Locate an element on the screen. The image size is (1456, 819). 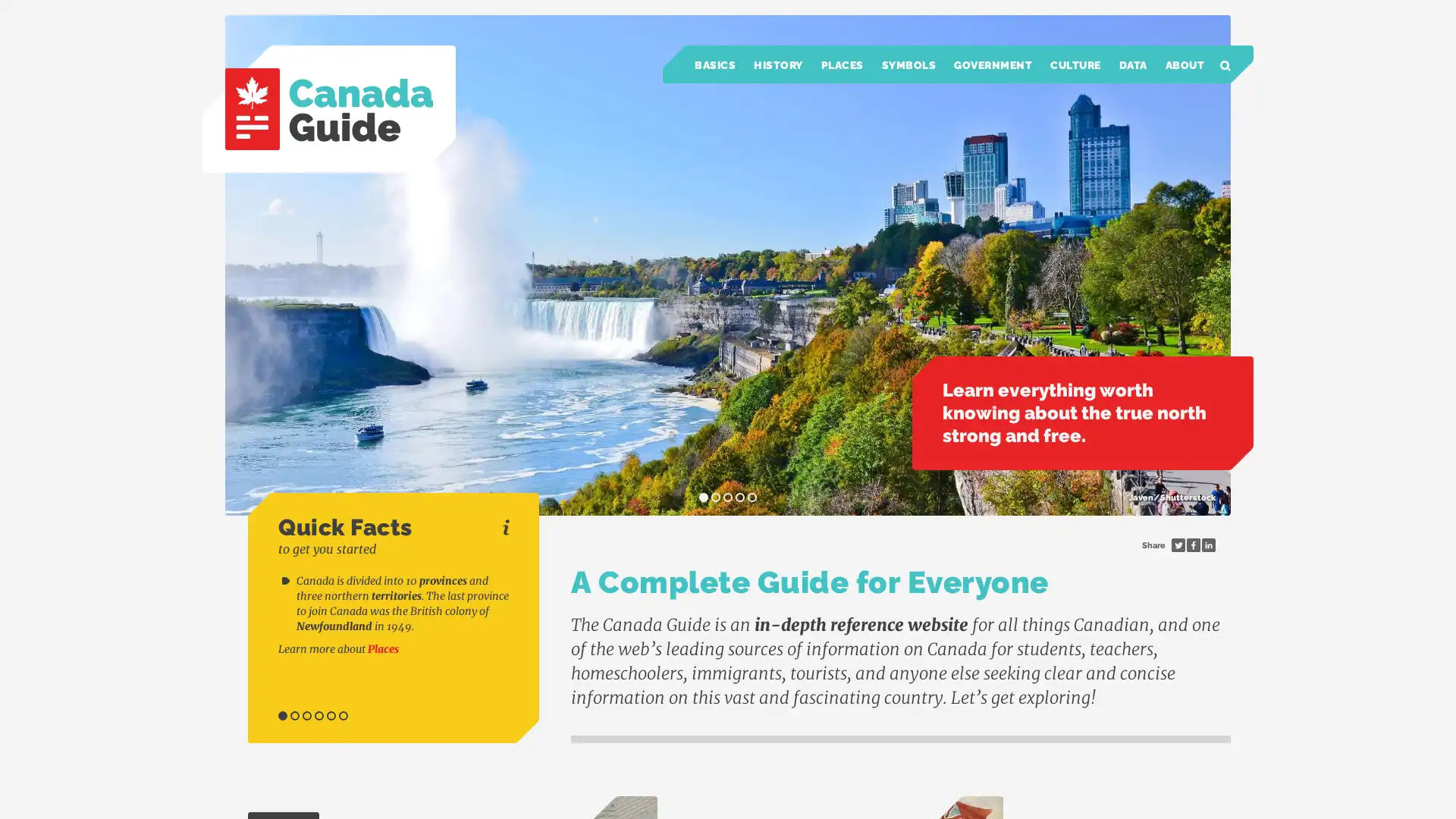
Go to slide 6 is located at coordinates (342, 716).